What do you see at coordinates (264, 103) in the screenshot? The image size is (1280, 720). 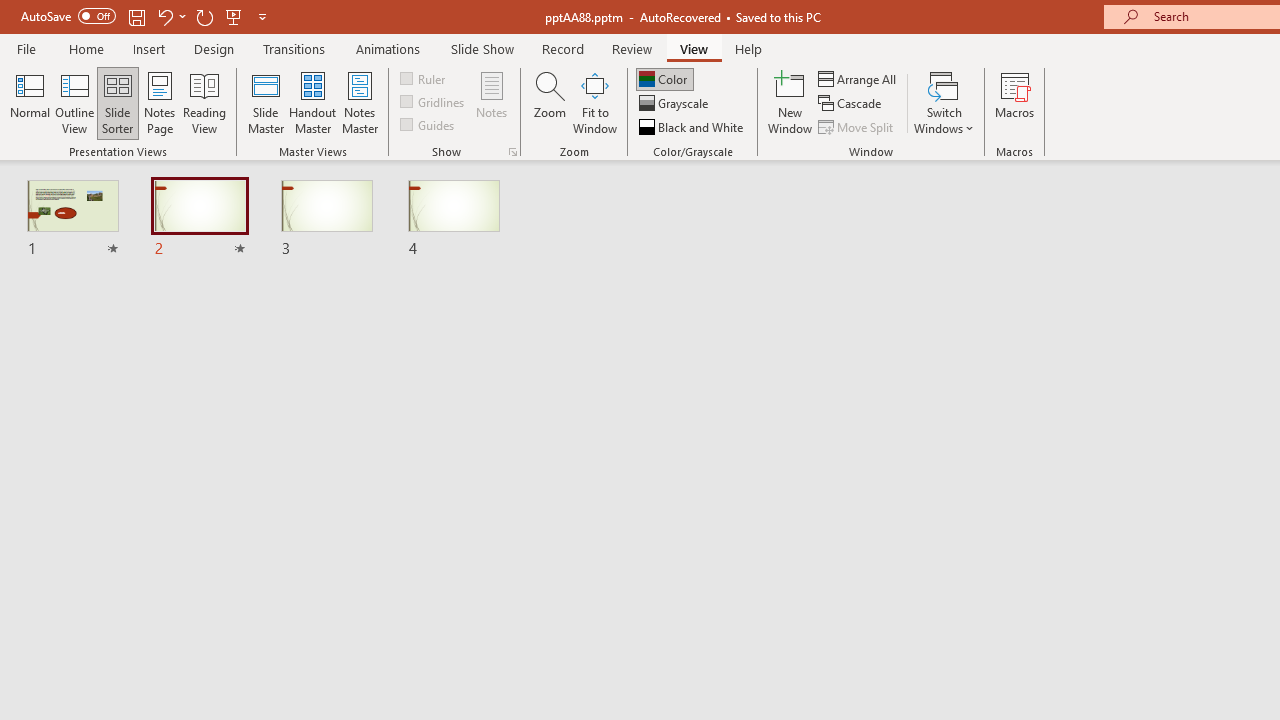 I see `'Slide Master'` at bounding box center [264, 103].